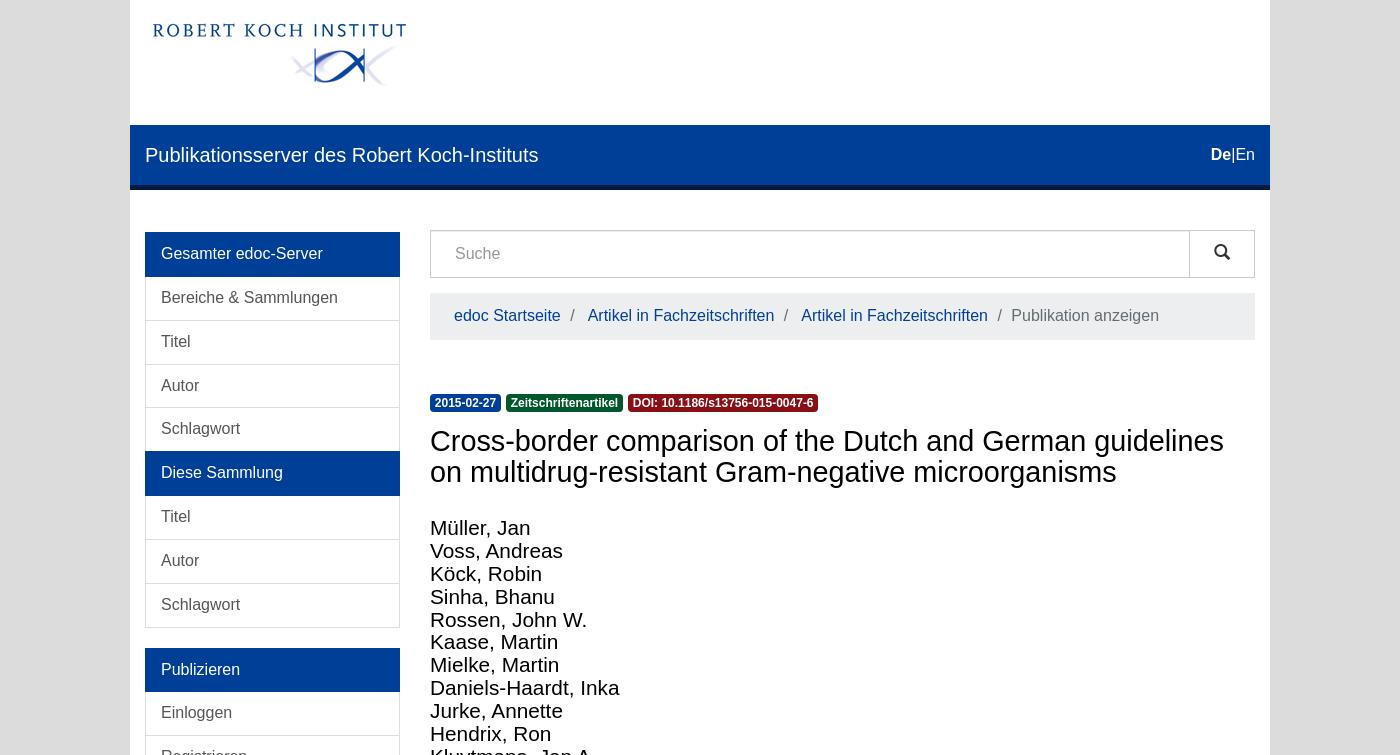 This screenshot has height=755, width=1400. Describe the element at coordinates (722, 401) in the screenshot. I see `'DOI:
                                10.1186/s13756-015-0047-6'` at that location.